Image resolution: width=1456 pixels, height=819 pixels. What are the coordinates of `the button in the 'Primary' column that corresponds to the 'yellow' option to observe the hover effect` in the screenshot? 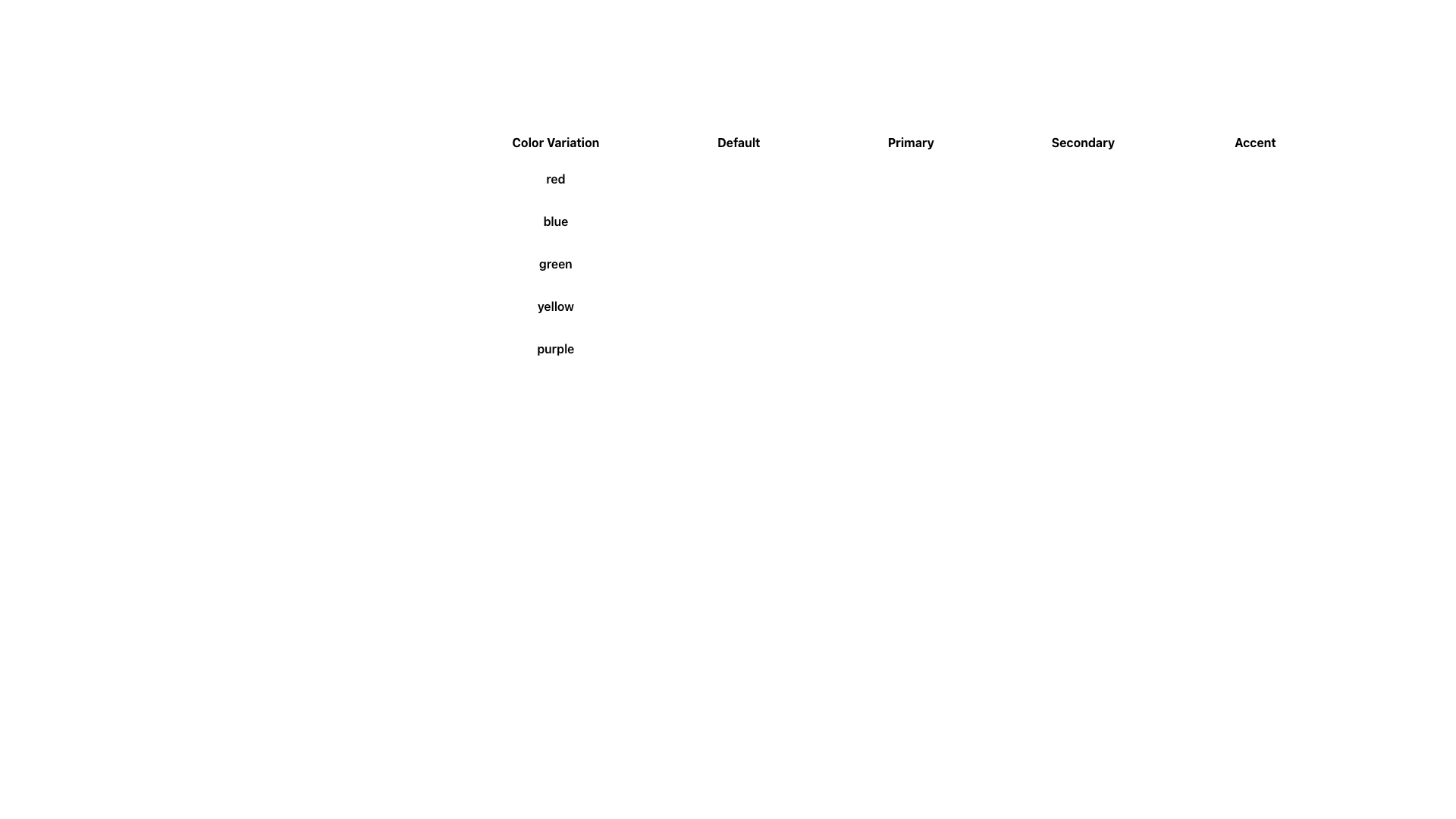 It's located at (874, 306).